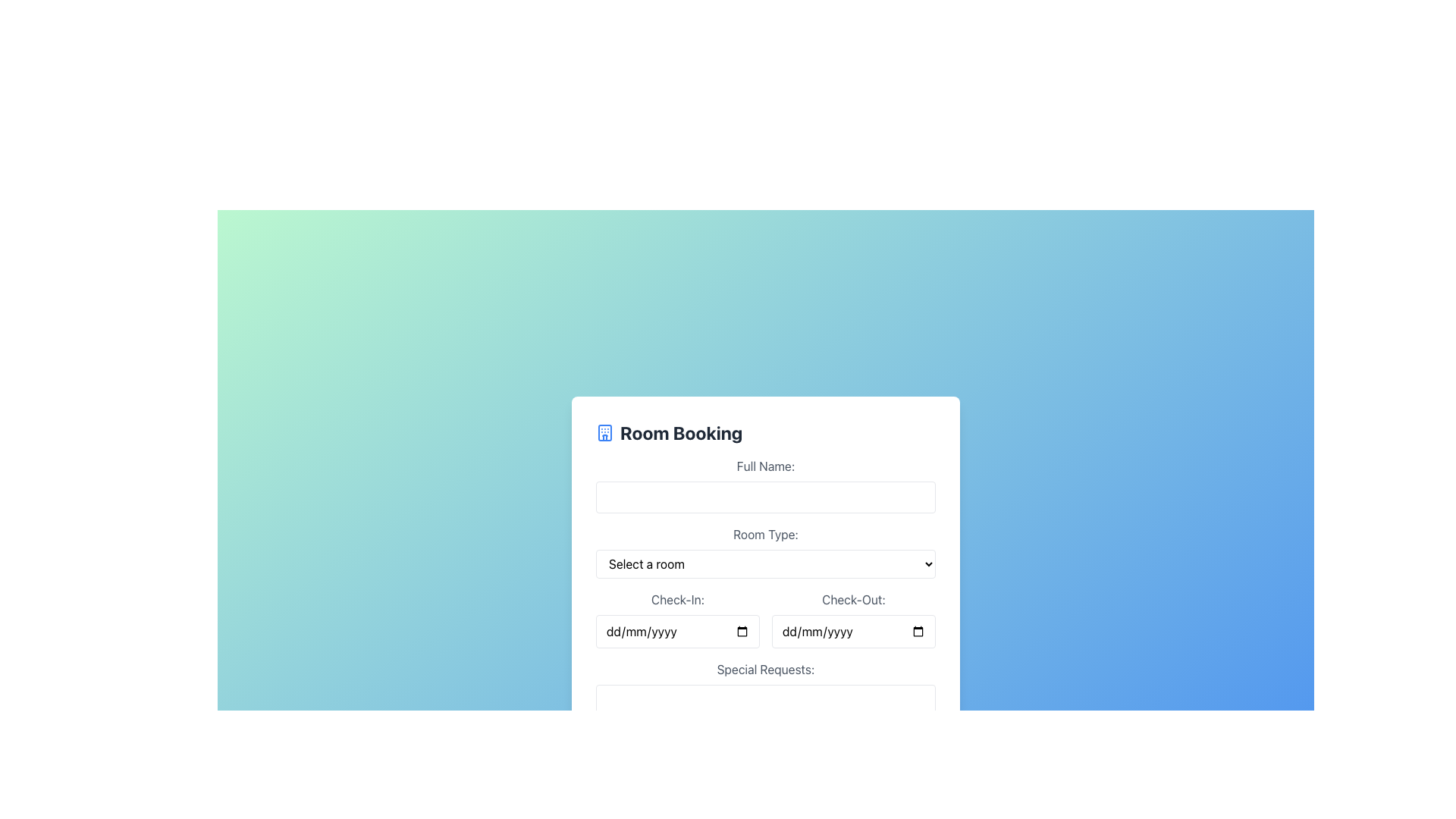 This screenshot has width=1456, height=819. I want to click on the date input field for selecting the check-out date in the Room Booking form, so click(854, 620).